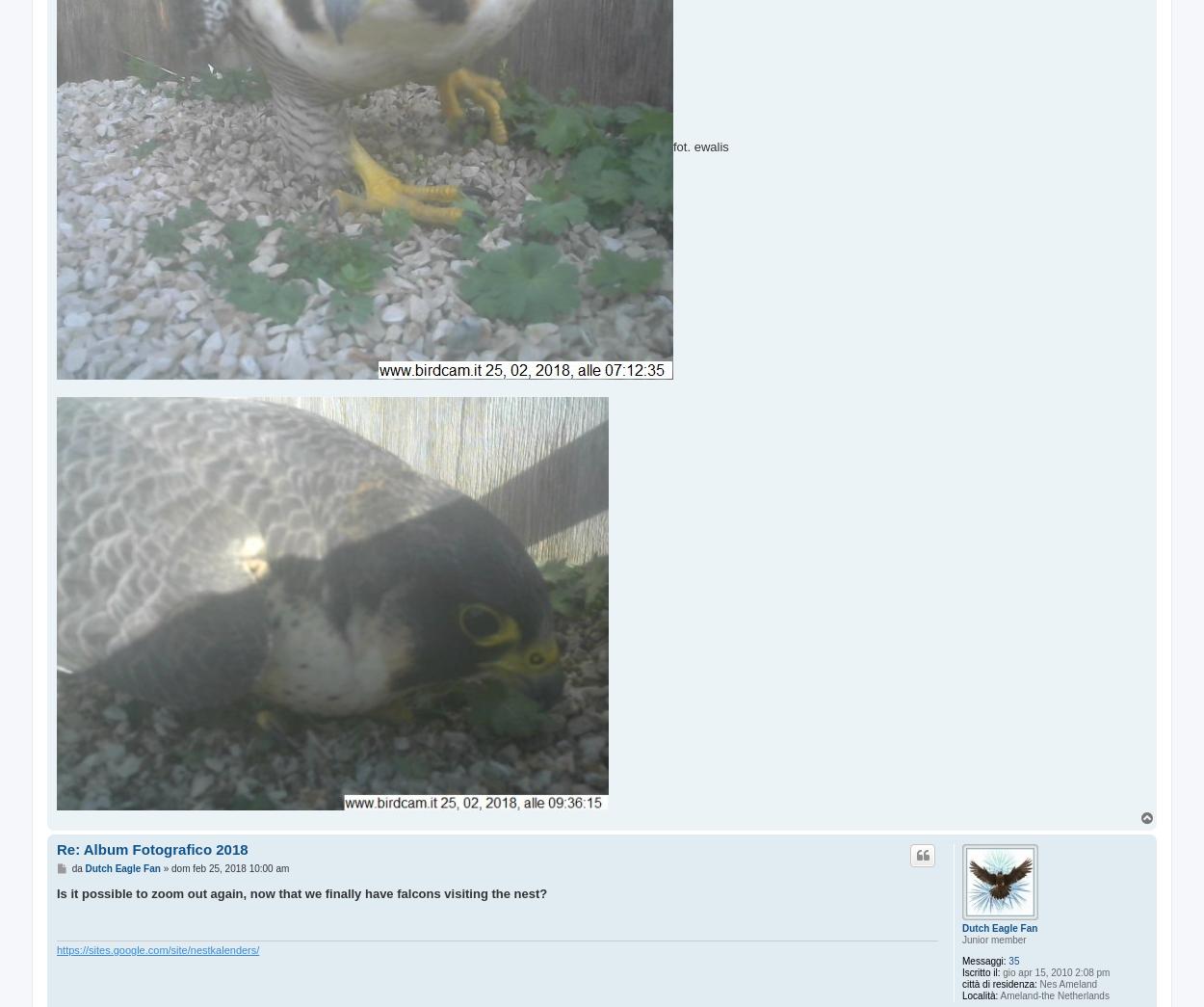  What do you see at coordinates (158, 948) in the screenshot?
I see `'https://sites.google.com/site/nestkalenders/'` at bounding box center [158, 948].